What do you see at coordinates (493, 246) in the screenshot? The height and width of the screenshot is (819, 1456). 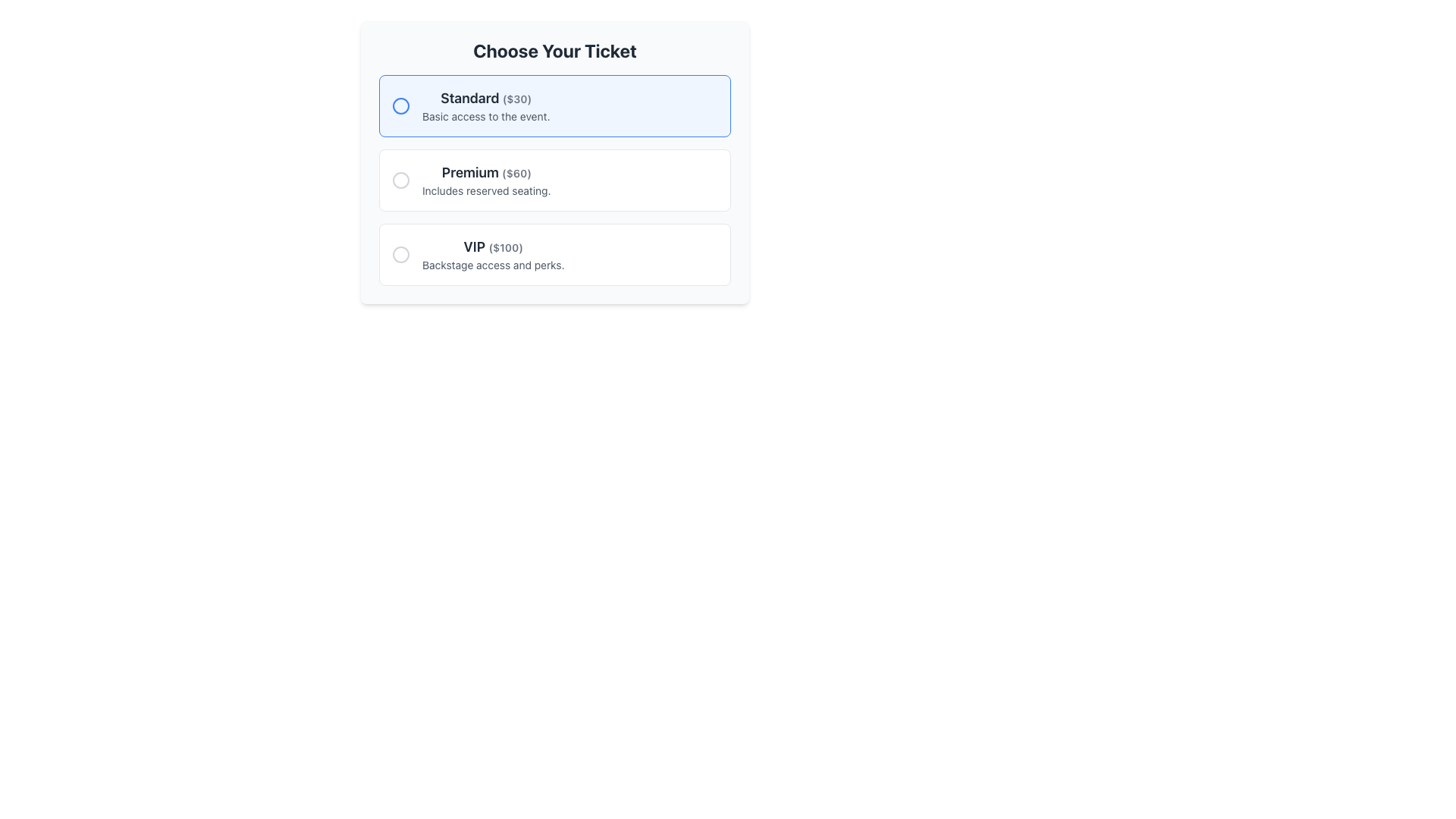 I see `text label for the VIP ticket option located below the 'Premium ($60)' ticket in the ticket options list` at bounding box center [493, 246].